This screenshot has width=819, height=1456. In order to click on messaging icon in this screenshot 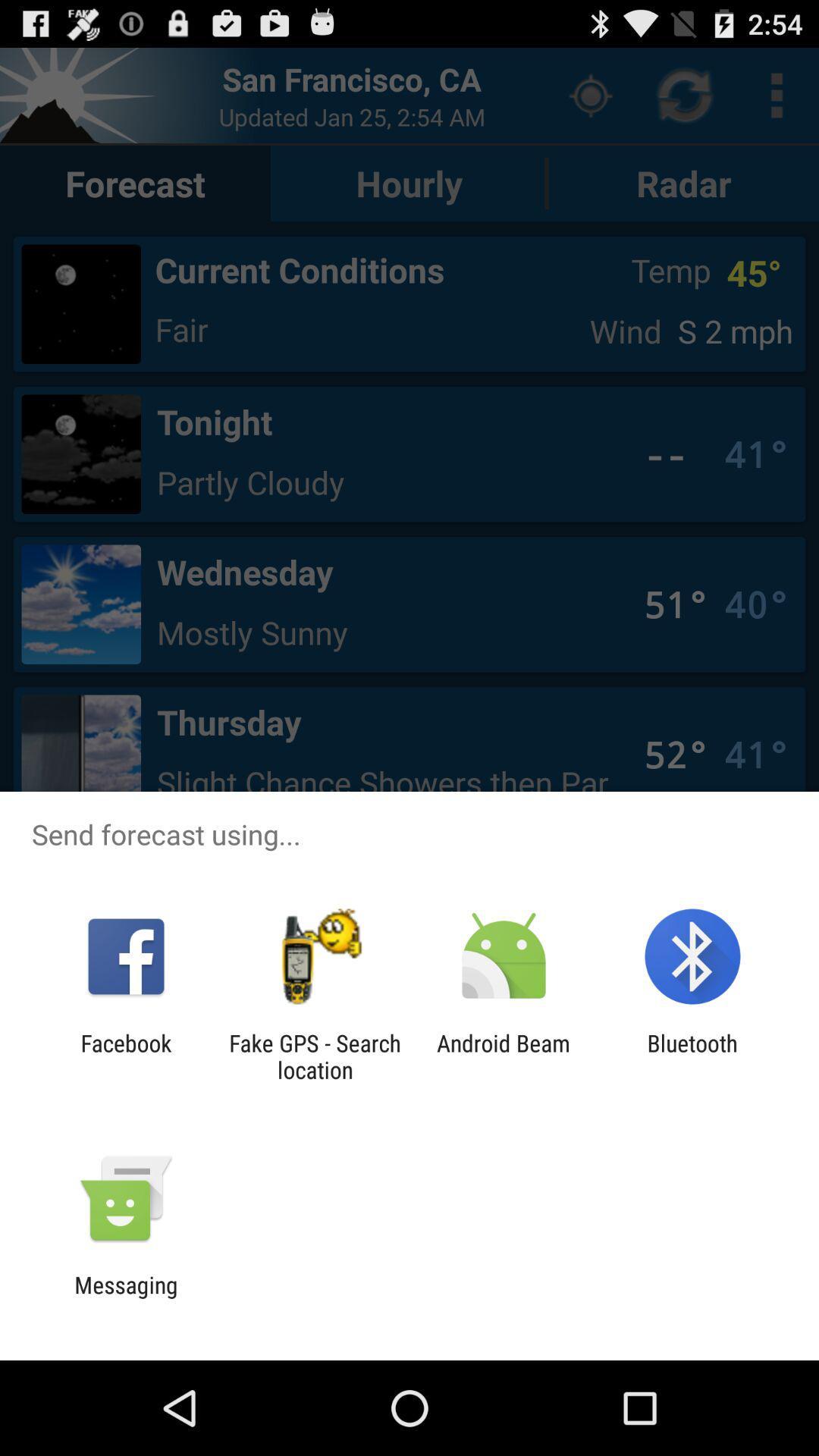, I will do `click(125, 1298)`.